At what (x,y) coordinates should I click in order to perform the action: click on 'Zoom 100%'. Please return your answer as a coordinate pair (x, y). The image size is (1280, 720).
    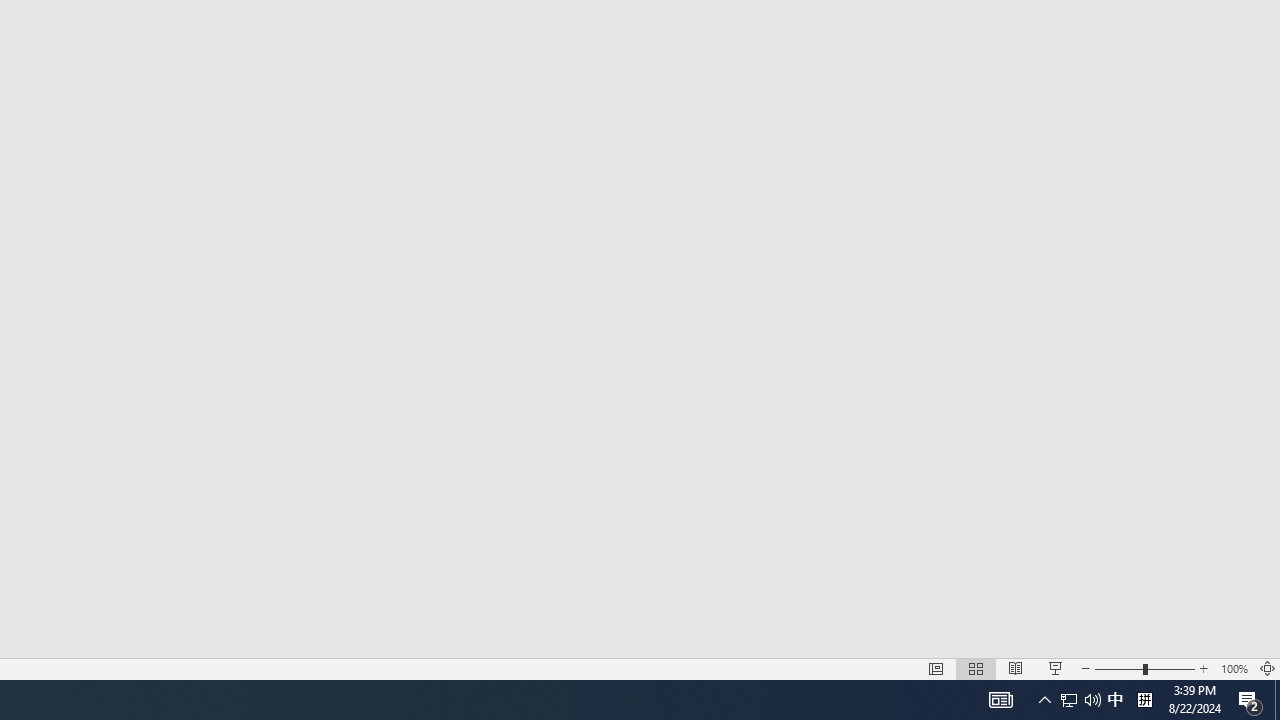
    Looking at the image, I should click on (1233, 669).